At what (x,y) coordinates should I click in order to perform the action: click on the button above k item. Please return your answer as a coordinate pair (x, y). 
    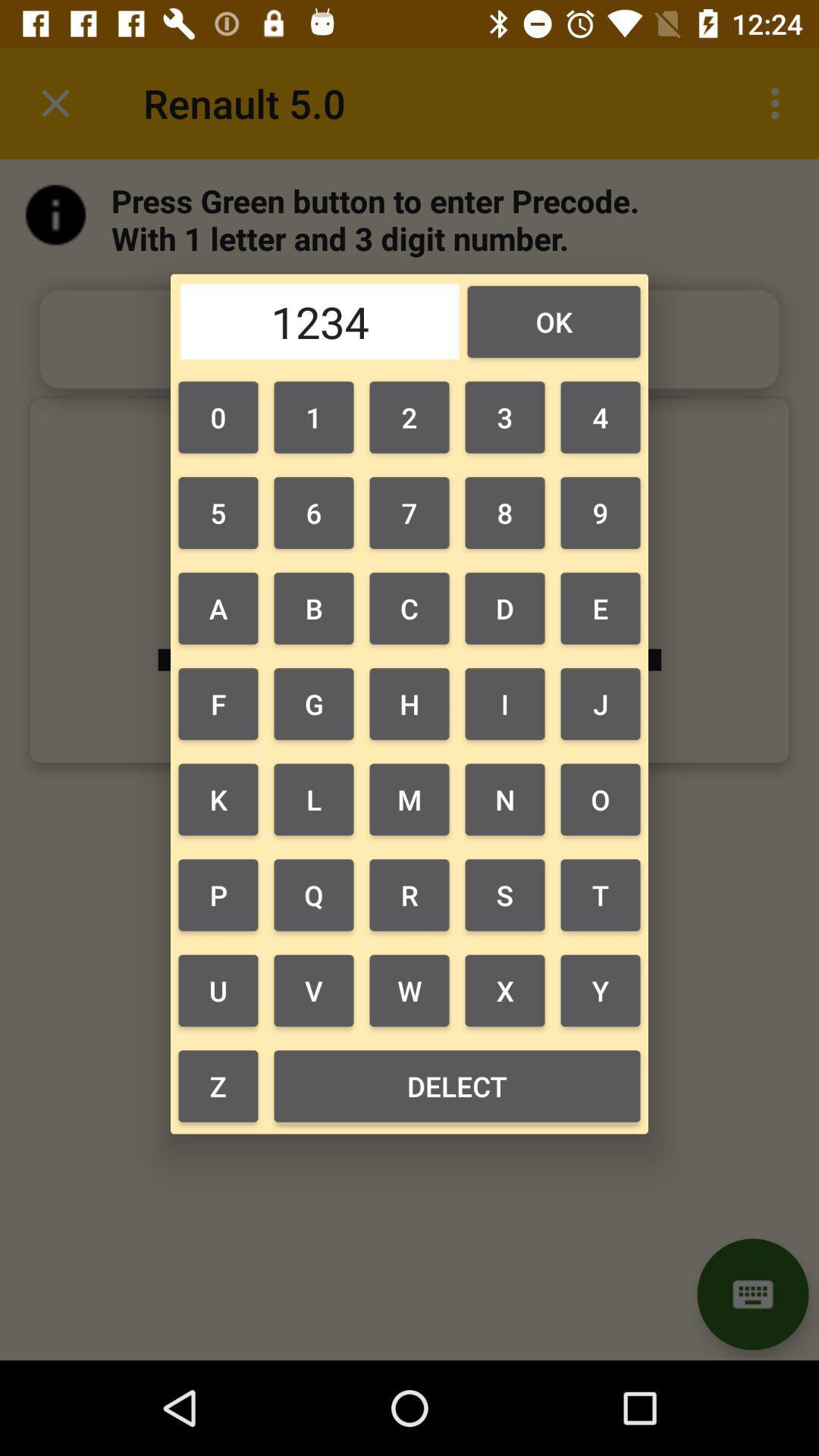
    Looking at the image, I should click on (218, 703).